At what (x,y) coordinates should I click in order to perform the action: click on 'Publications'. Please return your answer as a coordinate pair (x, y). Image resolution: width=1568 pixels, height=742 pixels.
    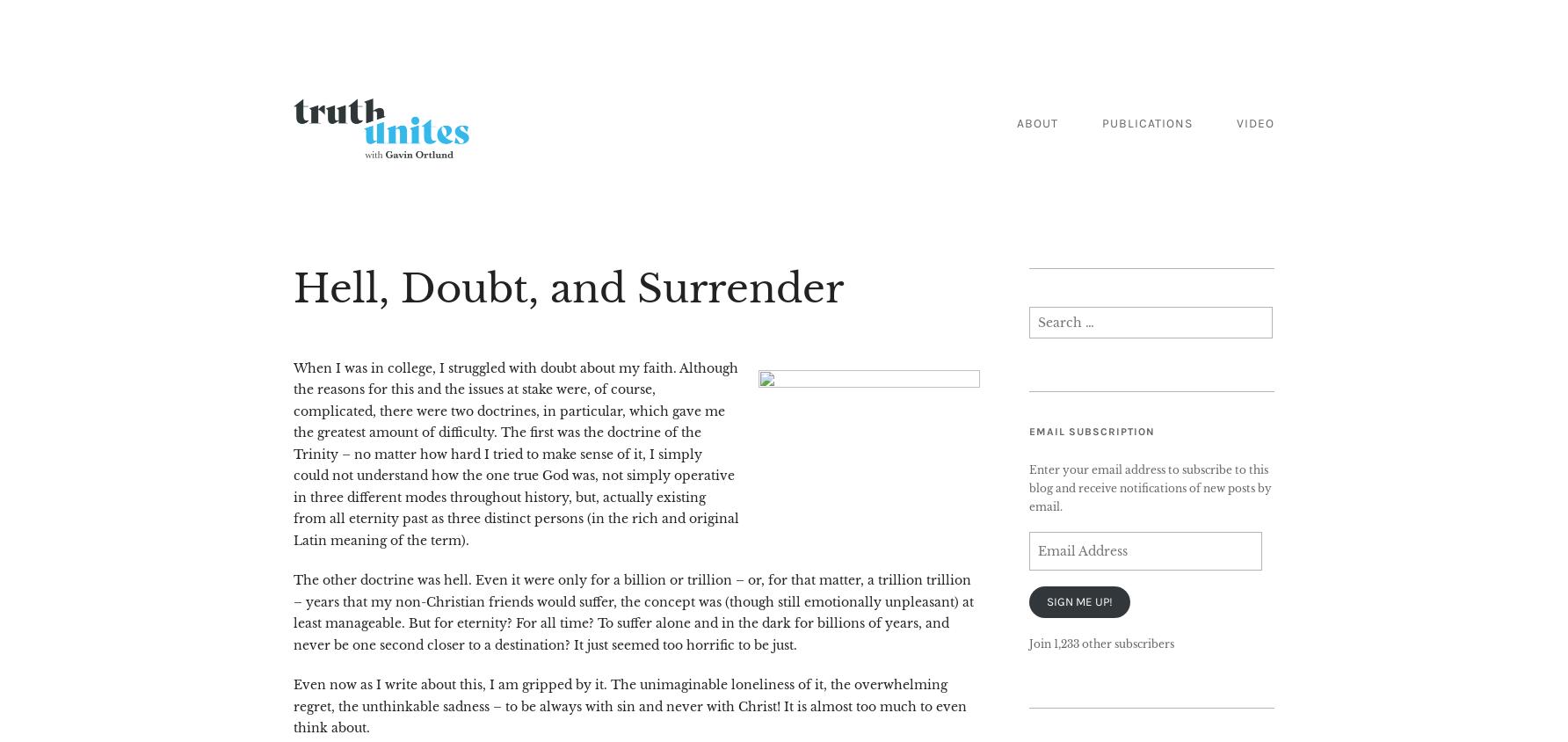
    Looking at the image, I should click on (1100, 123).